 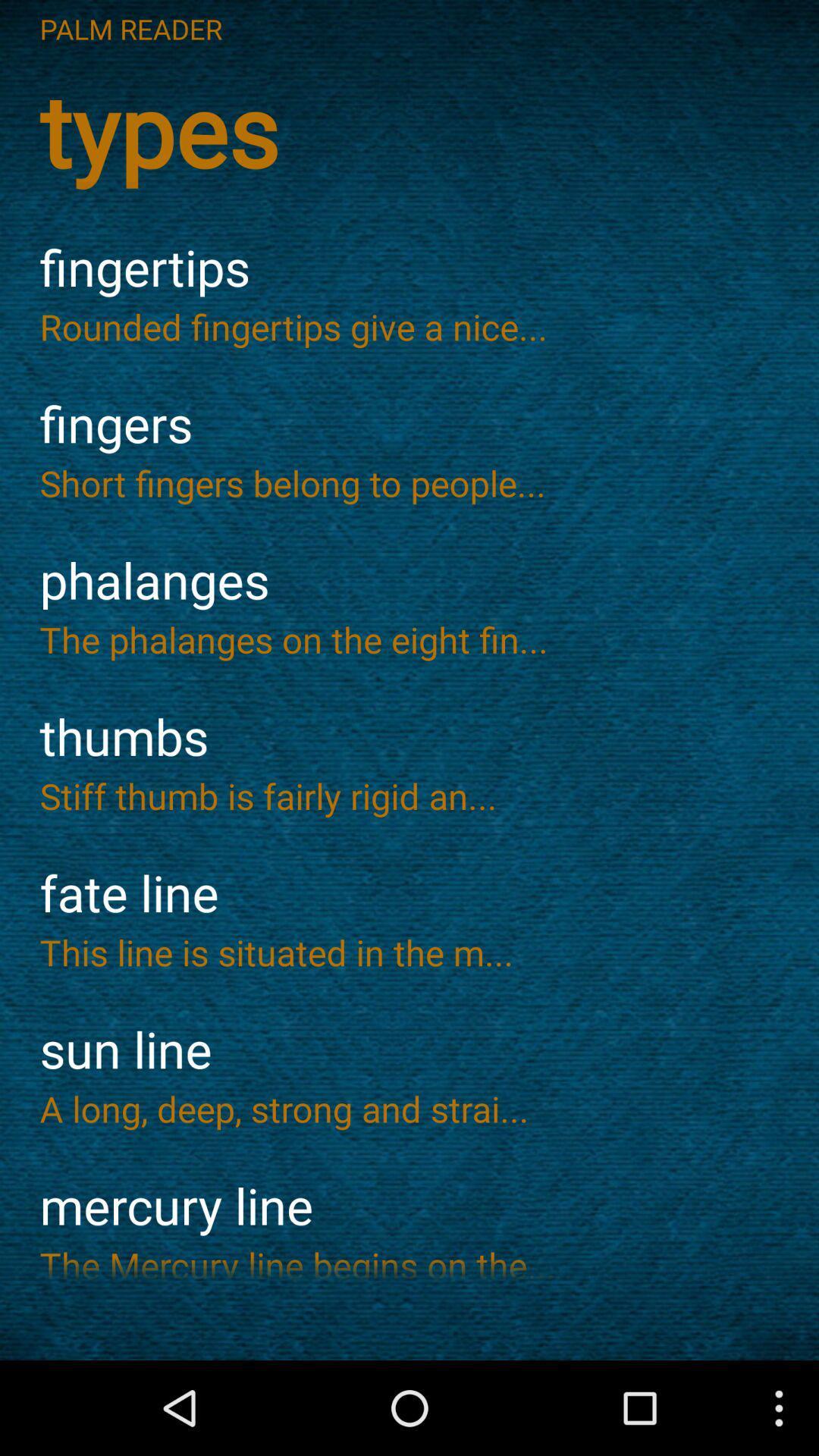 What do you see at coordinates (409, 795) in the screenshot?
I see `the app above fate line item` at bounding box center [409, 795].